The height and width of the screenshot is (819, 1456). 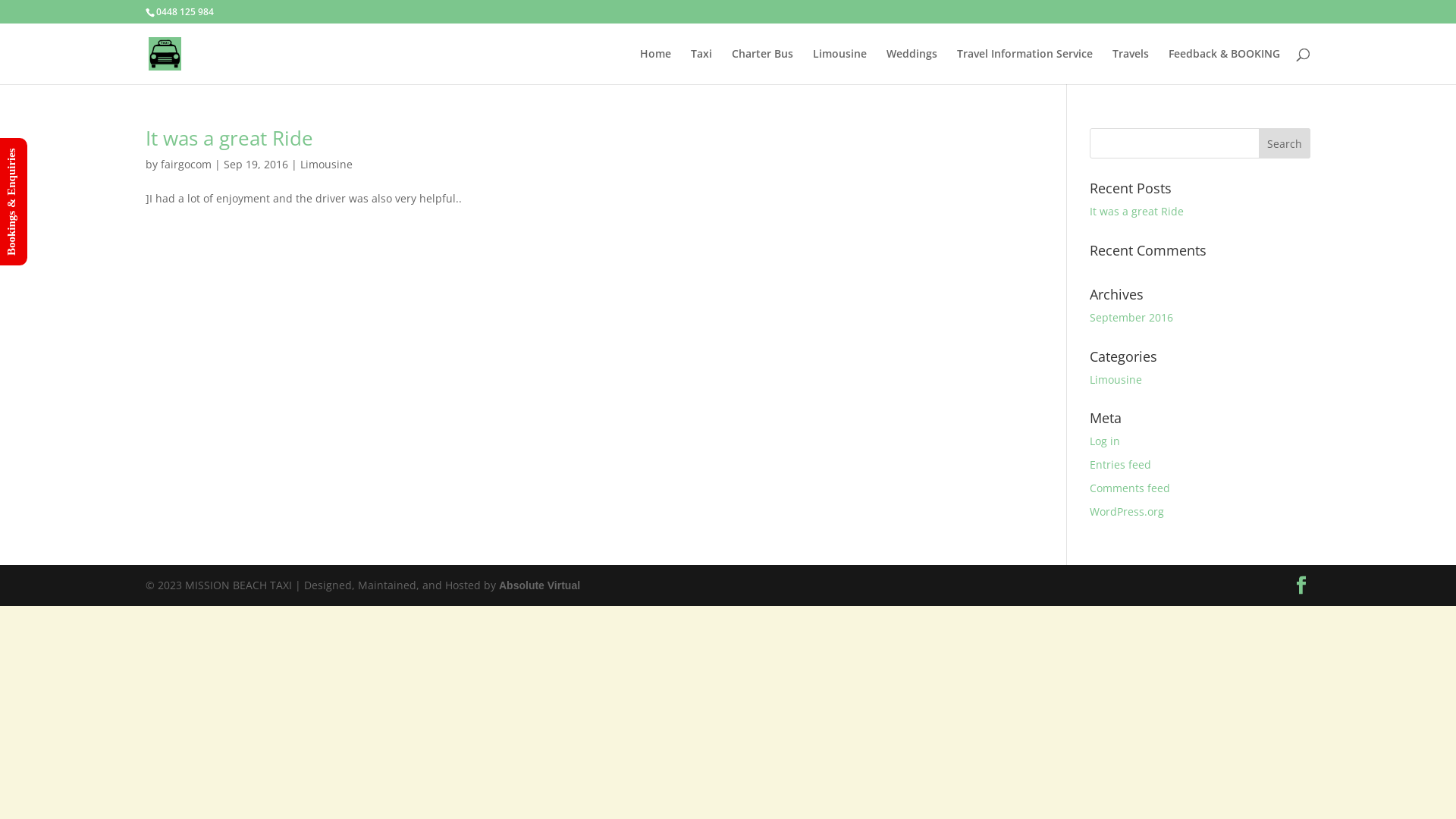 I want to click on 'Entries feed', so click(x=1120, y=463).